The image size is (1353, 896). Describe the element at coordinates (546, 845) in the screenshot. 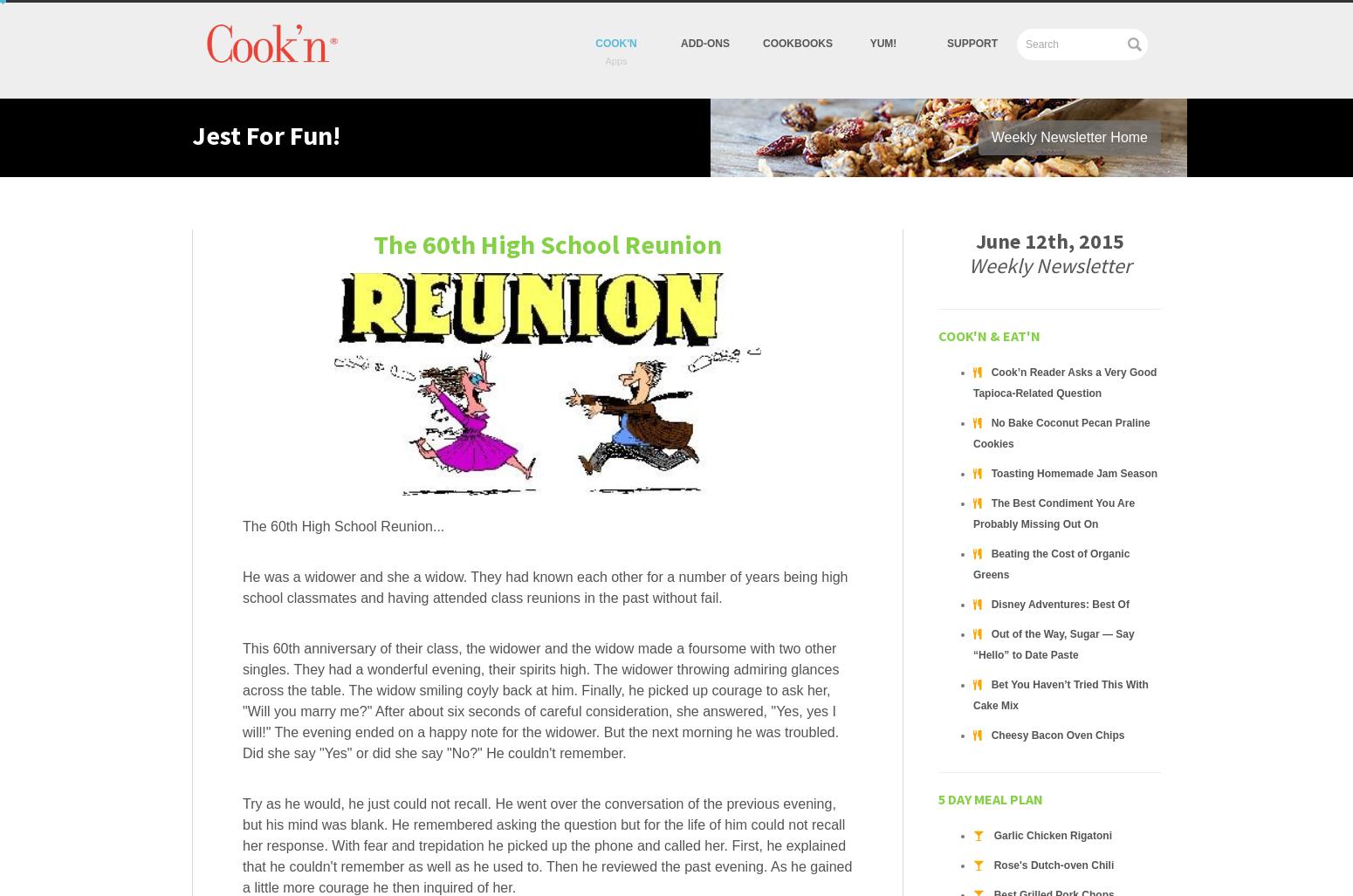

I see `'Try as he would, he just could not recall. He went over the conversation of the previous evening, but his mind was blank. He remembered asking the question
    but for the life of him could not recall her response. With fear and trepidation he picked up the phone and called her. First, he explained that he
    couldn't remember as well as he used to. Then he reviewed the past evening. As he gained a little more courage he then inquired of her.'` at that location.